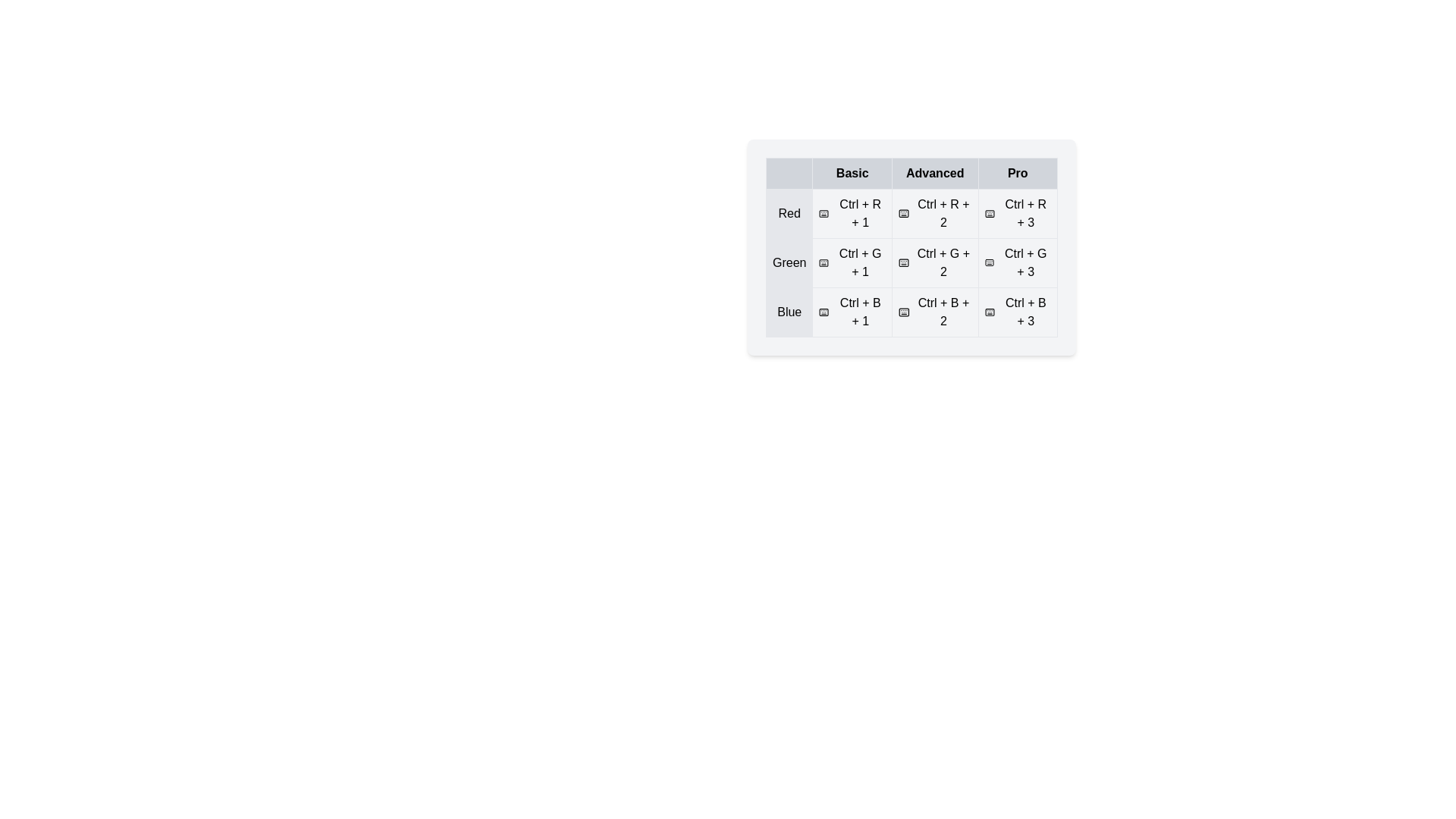  I want to click on the static text display indicating a keyboard combination in the 'Advanced' column under the 'Red' row, so click(911, 213).